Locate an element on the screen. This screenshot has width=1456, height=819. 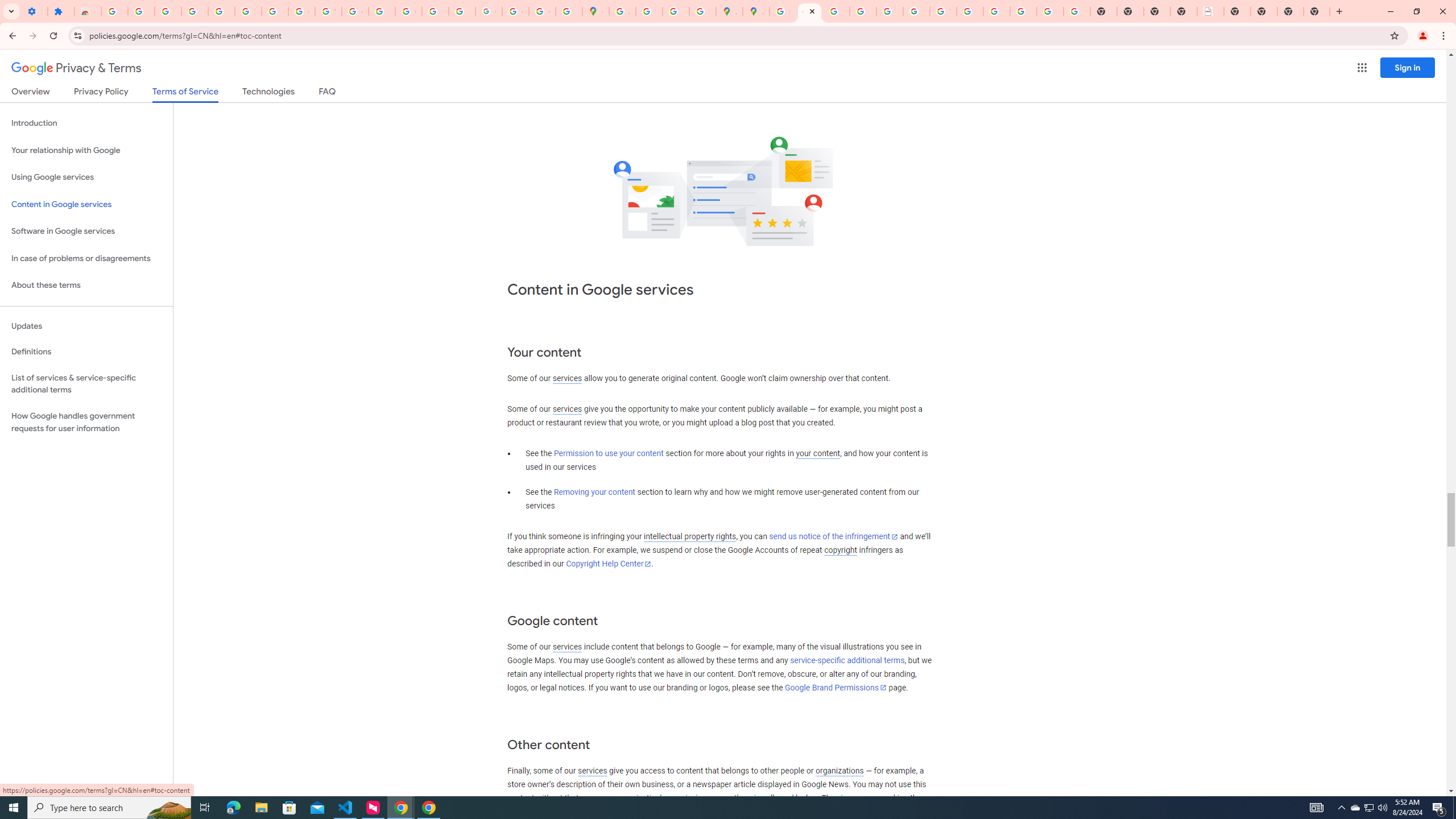
'service-specific additional terms' is located at coordinates (846, 660).